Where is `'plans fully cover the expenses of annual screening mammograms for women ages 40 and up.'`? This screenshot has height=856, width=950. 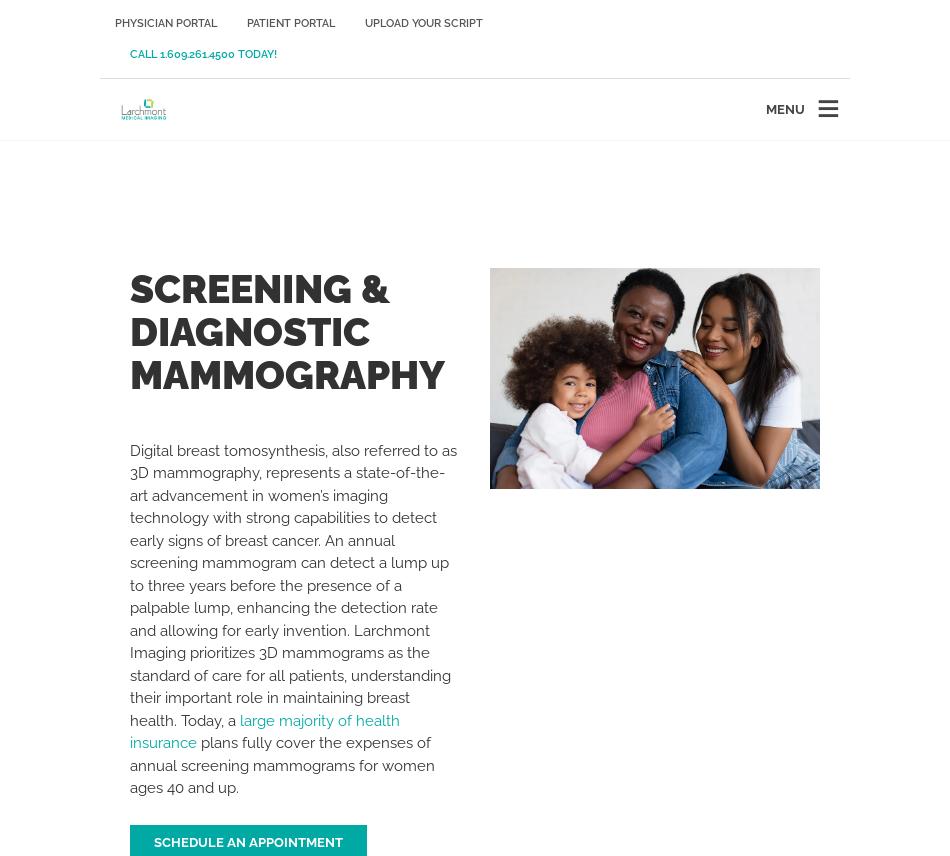 'plans fully cover the expenses of annual screening mammograms for women ages 40 and up.' is located at coordinates (281, 764).